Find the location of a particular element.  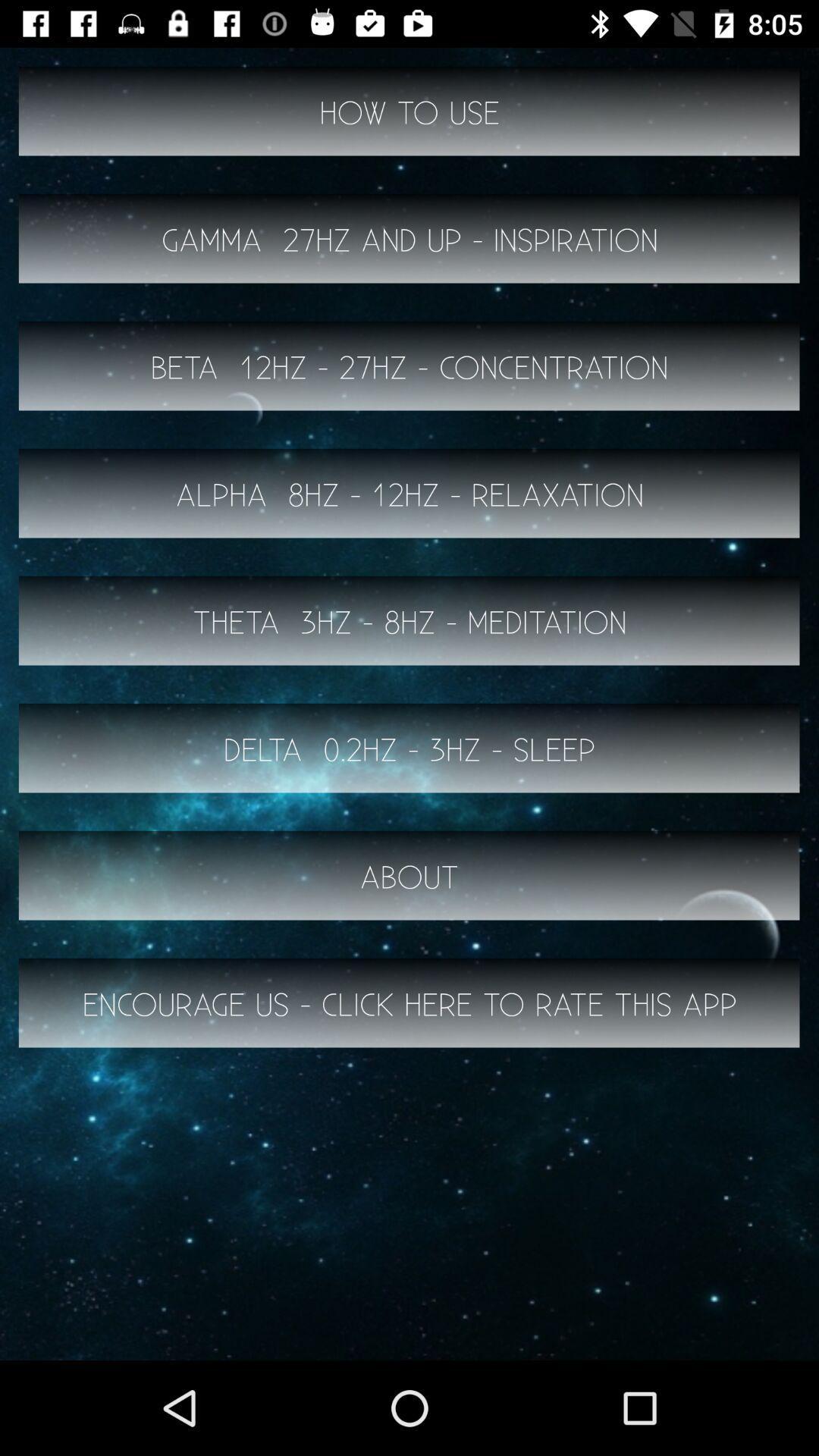

item above beta 12hz 27hz button is located at coordinates (409, 238).